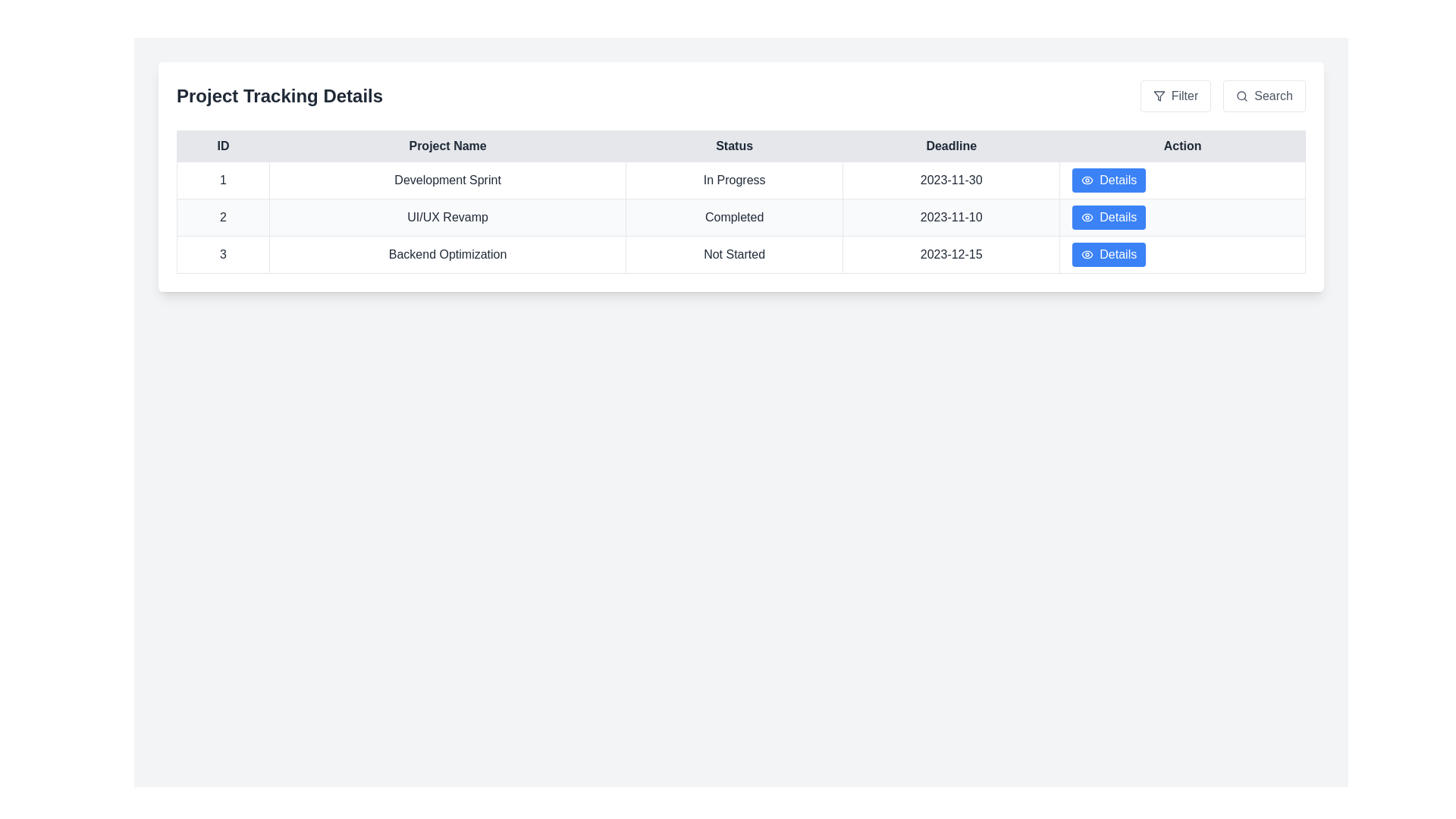 The width and height of the screenshot is (1456, 819). What do you see at coordinates (734, 217) in the screenshot?
I see `the 'Completed' static text label in the 'Status' column of the 'Project Tracking Details' table, which is located between the 'UI/UX Revamp' and 'Deadline' cells` at bounding box center [734, 217].